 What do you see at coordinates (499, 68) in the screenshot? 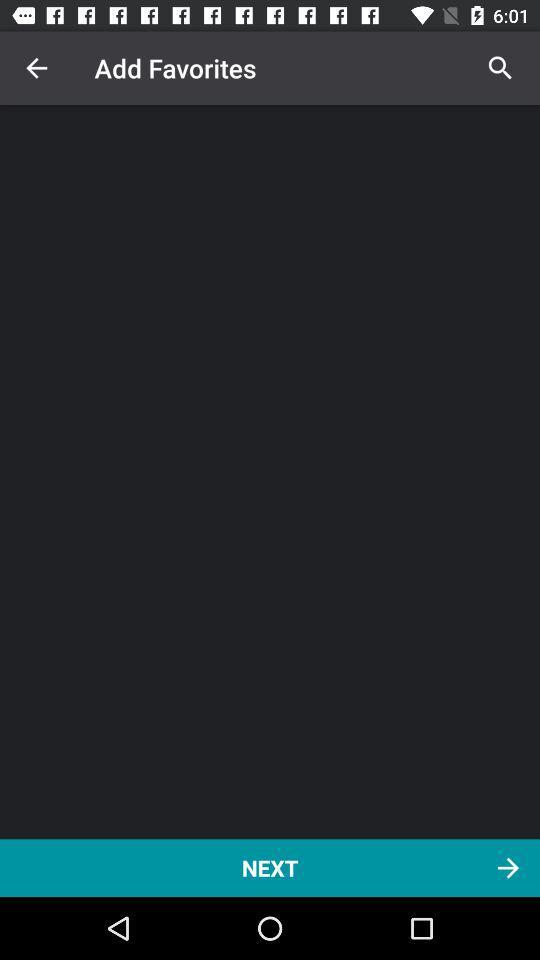
I see `icon above the next` at bounding box center [499, 68].